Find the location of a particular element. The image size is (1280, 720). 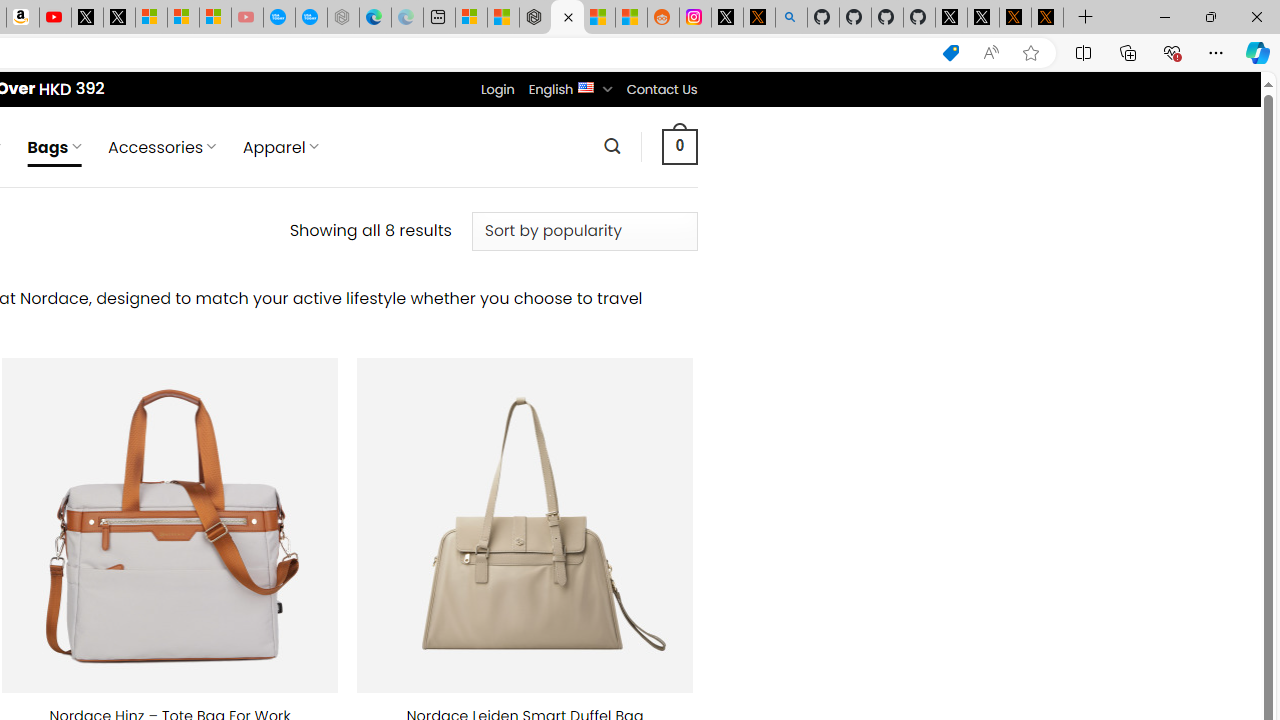

' 0 ' is located at coordinates (679, 145).